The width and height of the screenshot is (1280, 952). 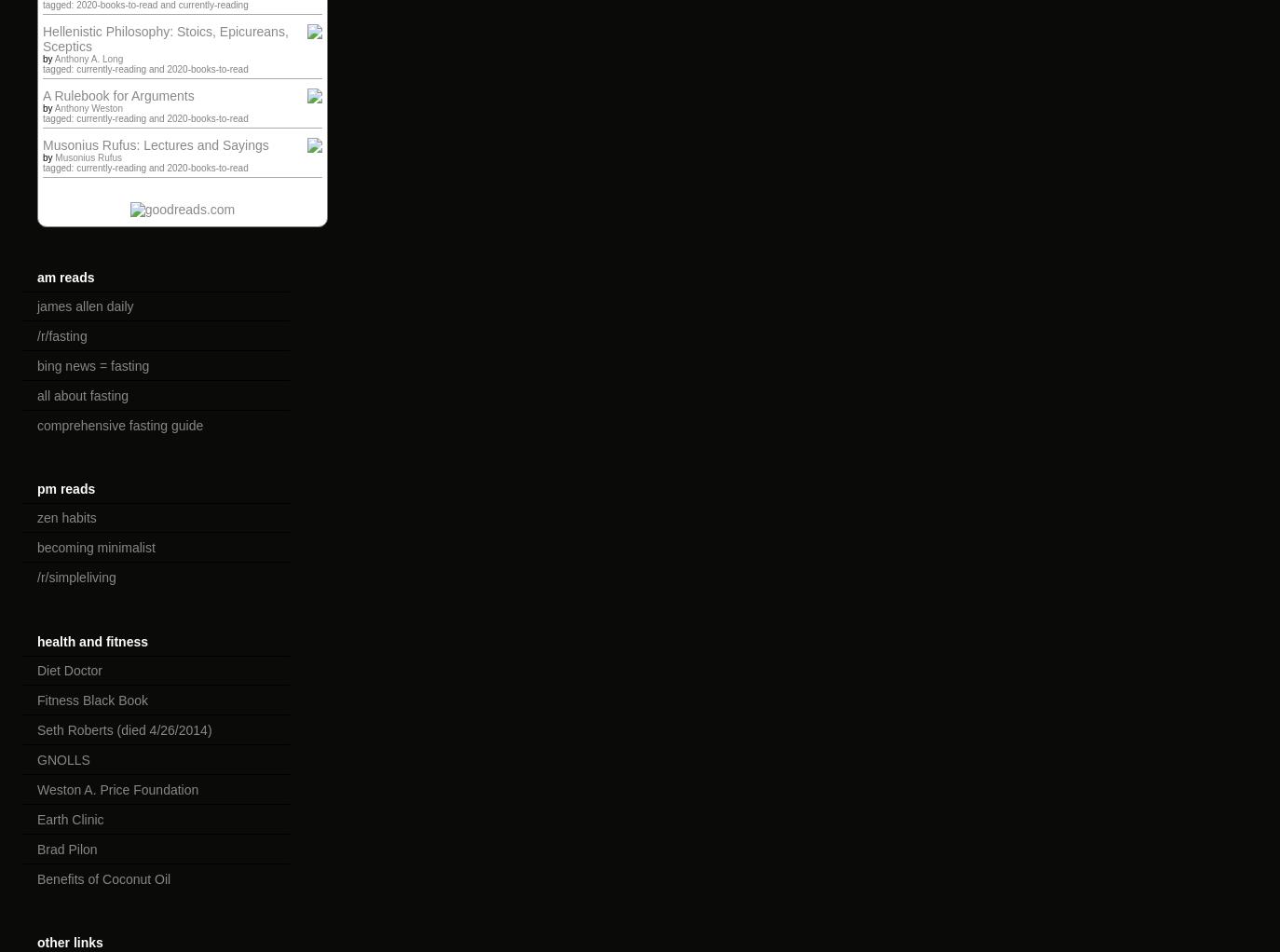 What do you see at coordinates (92, 364) in the screenshot?
I see `'bing news = fasting'` at bounding box center [92, 364].